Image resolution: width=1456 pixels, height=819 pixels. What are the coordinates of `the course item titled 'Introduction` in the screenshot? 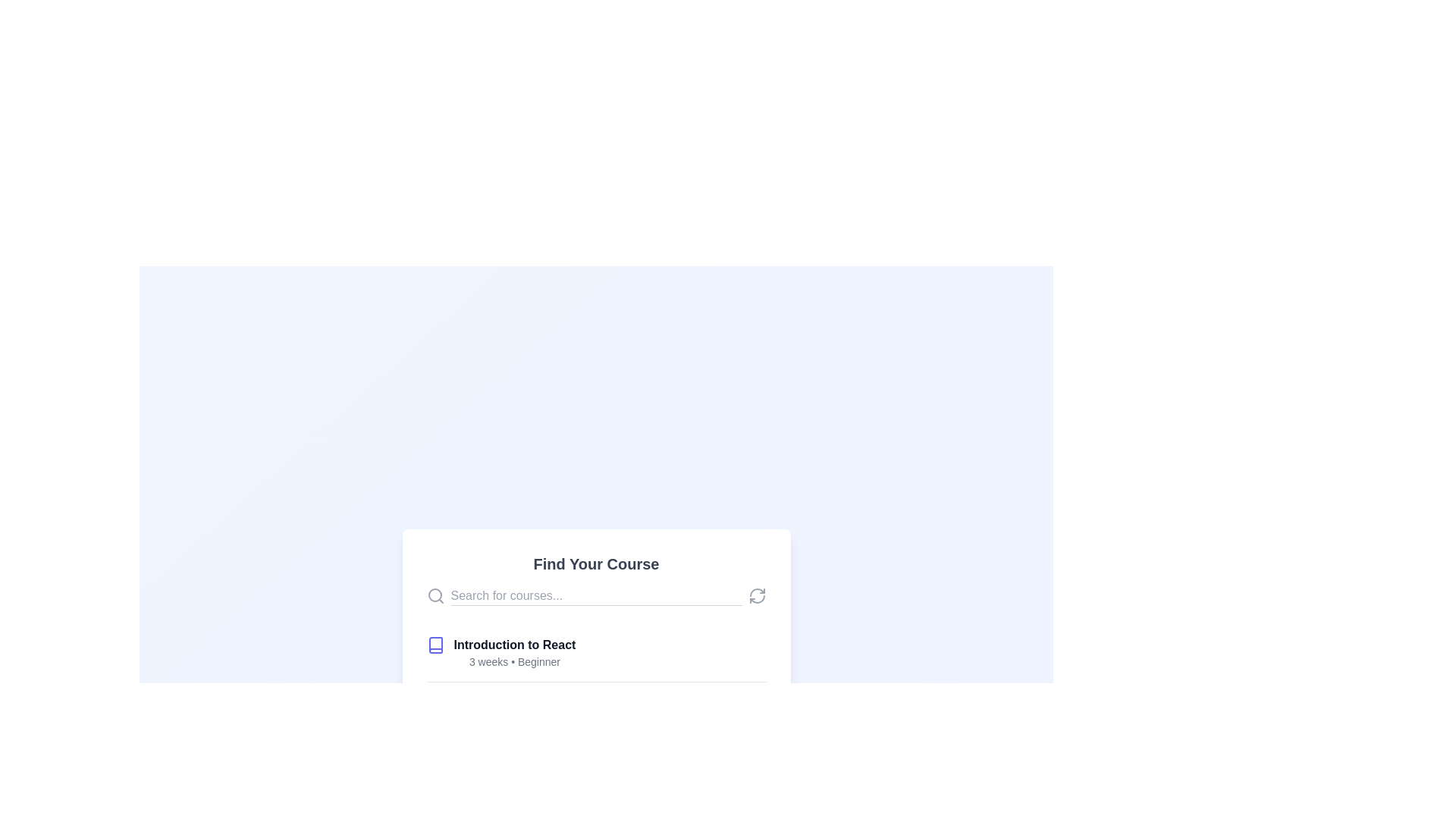 It's located at (595, 651).